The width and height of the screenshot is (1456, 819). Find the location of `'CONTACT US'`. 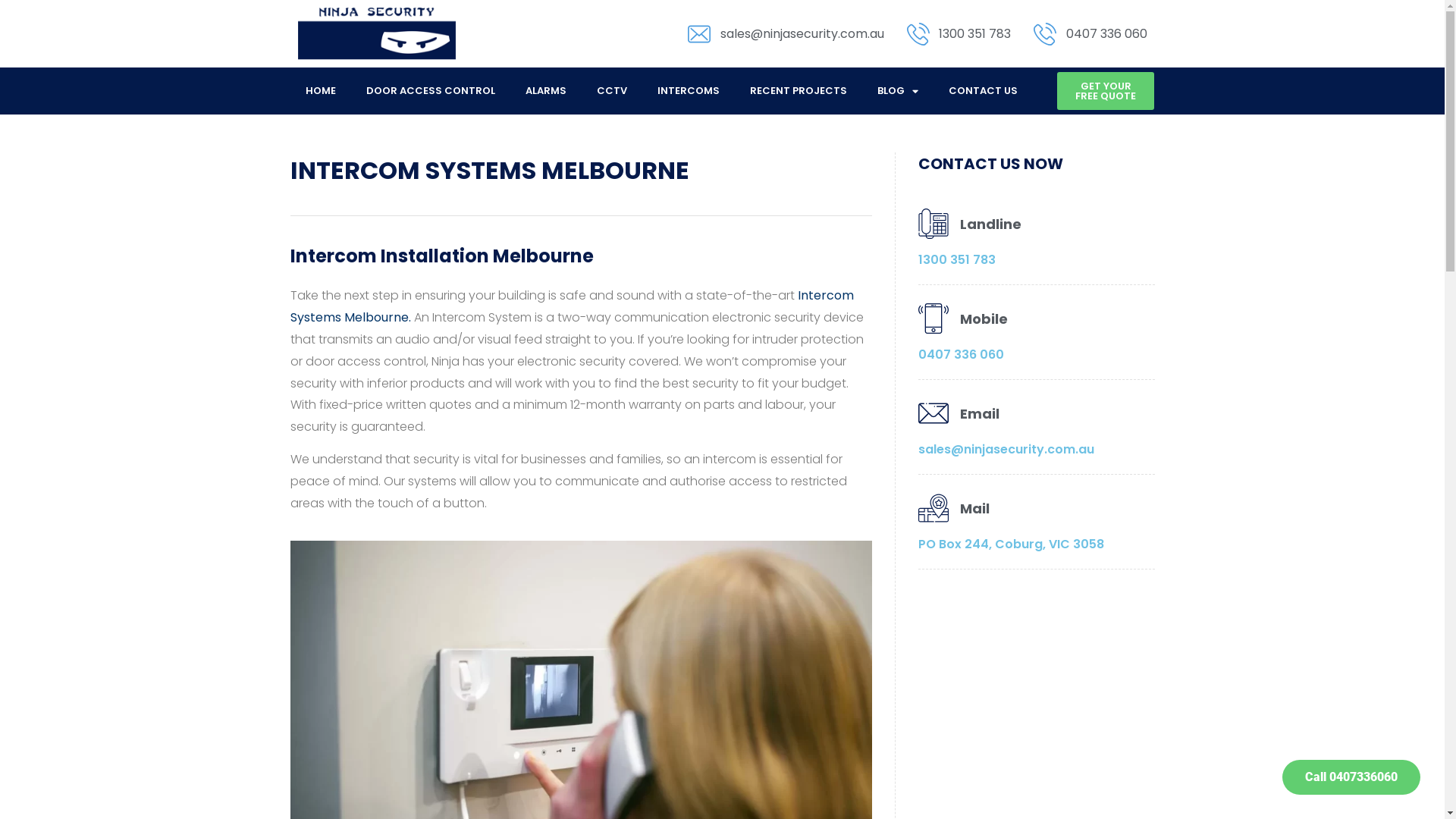

'CONTACT US' is located at coordinates (982, 90).